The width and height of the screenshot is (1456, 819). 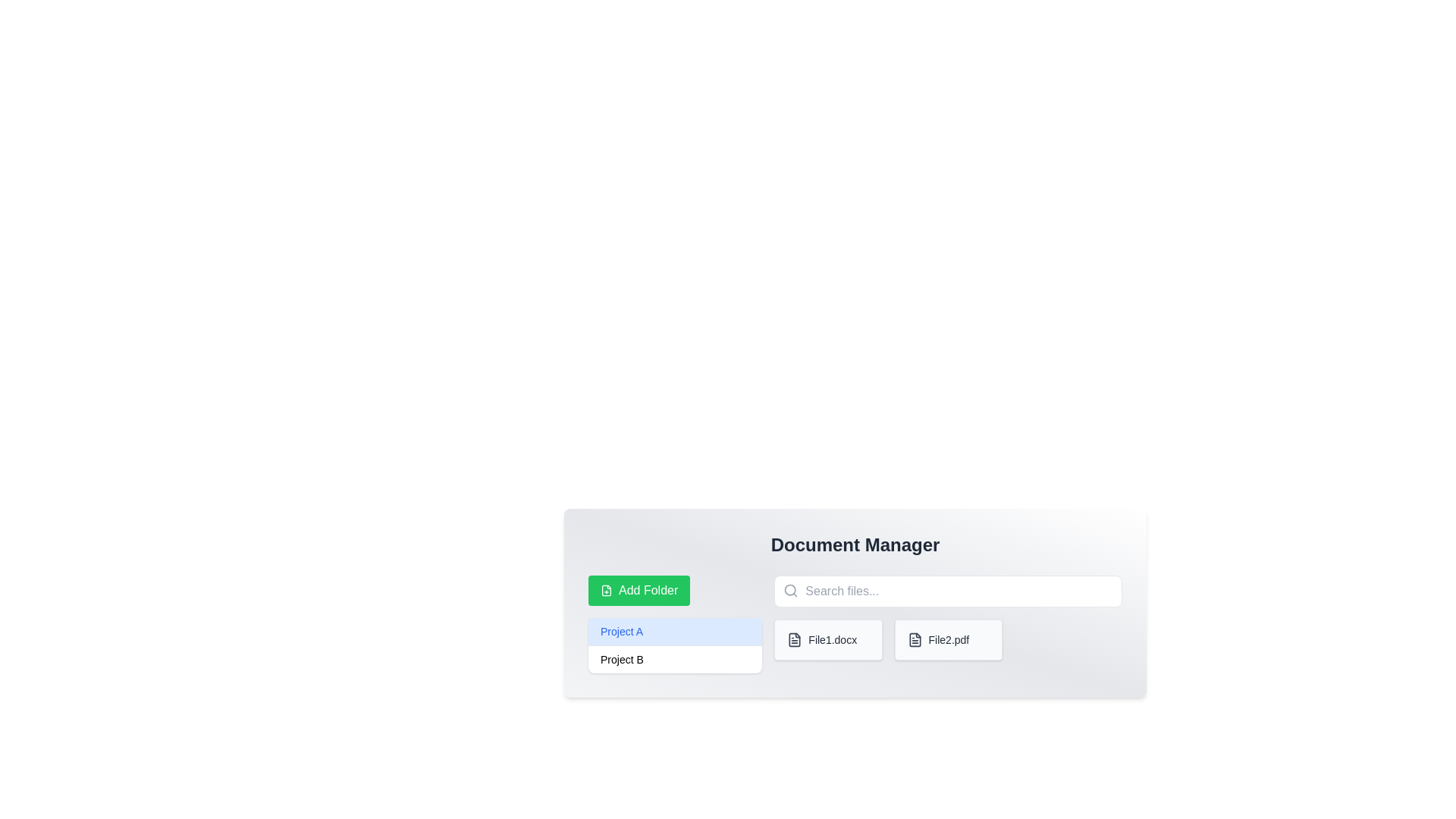 I want to click on the folder addition icon located to the far left inside the green 'Add Folder' button in the upper-left region of the interface, so click(x=607, y=590).